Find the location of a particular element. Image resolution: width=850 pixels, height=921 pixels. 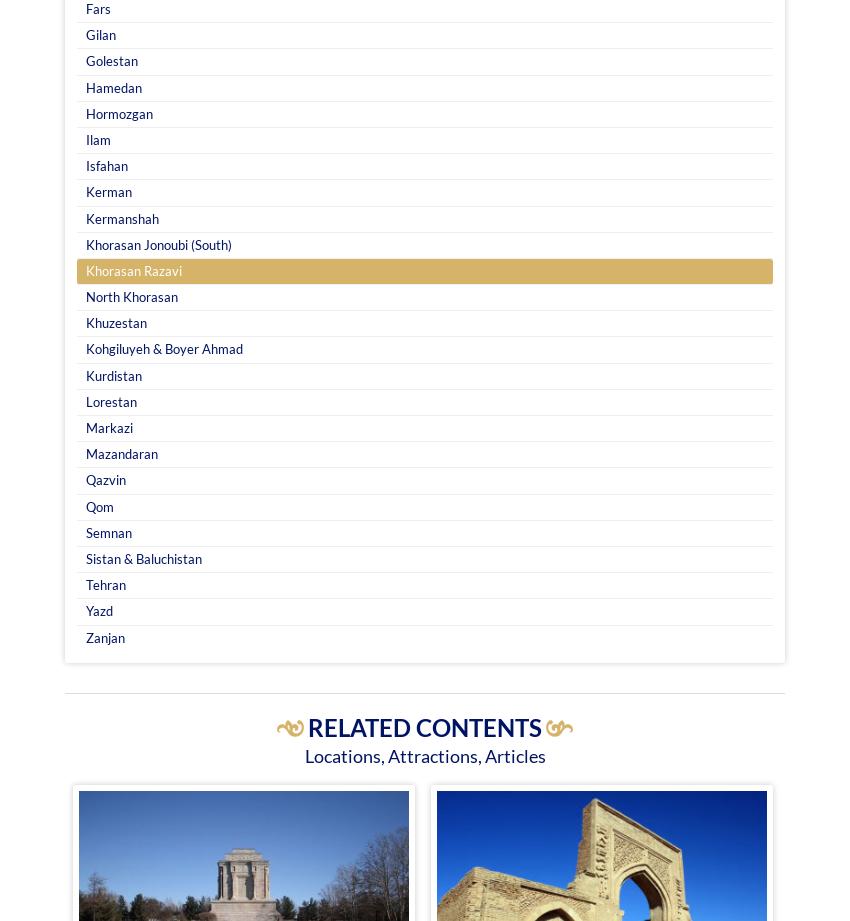

'Qom' is located at coordinates (98, 504).